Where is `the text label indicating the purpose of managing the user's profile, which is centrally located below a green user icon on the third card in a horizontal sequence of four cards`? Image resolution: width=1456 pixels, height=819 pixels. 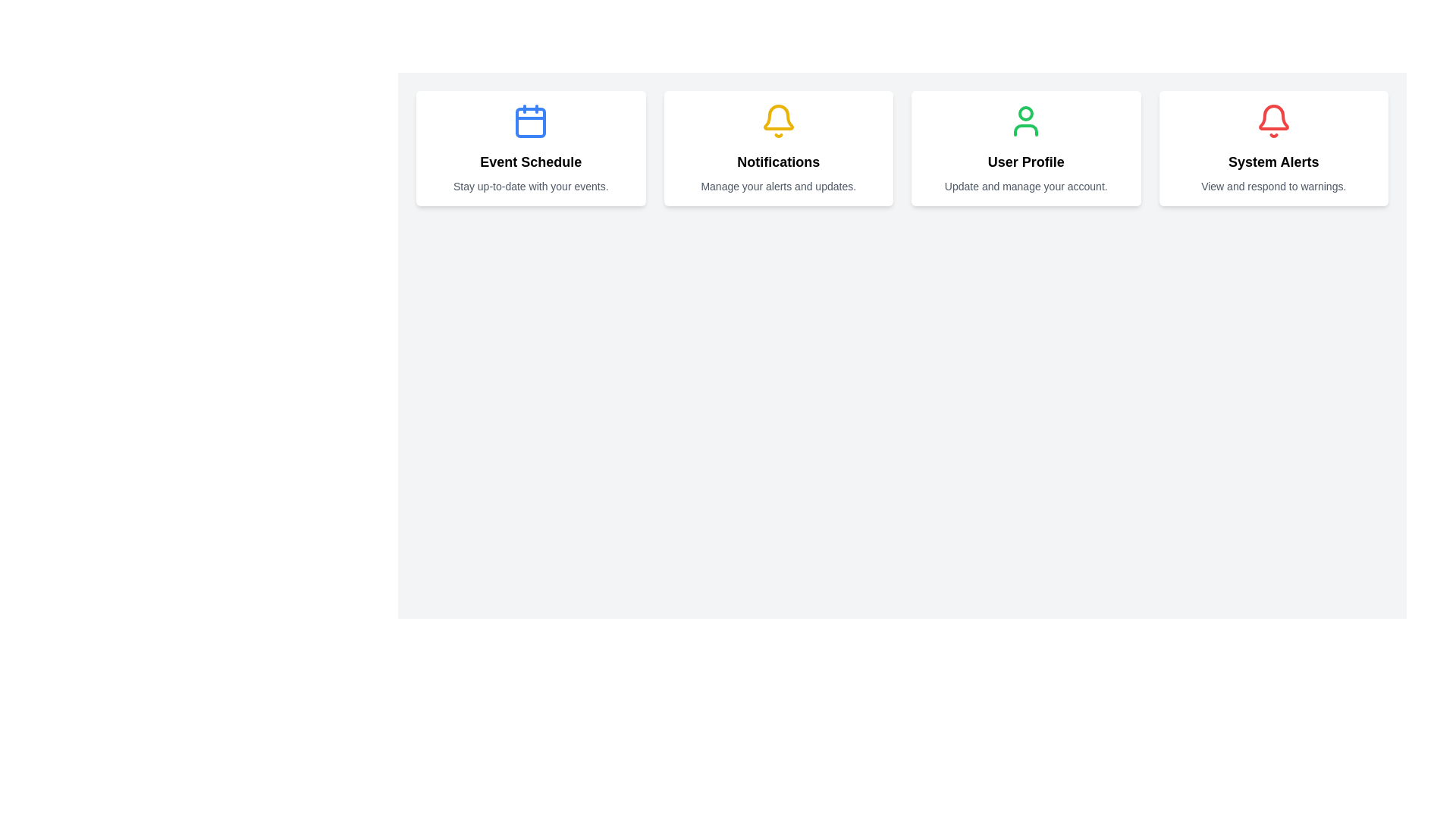
the text label indicating the purpose of managing the user's profile, which is centrally located below a green user icon on the third card in a horizontal sequence of four cards is located at coordinates (1026, 162).